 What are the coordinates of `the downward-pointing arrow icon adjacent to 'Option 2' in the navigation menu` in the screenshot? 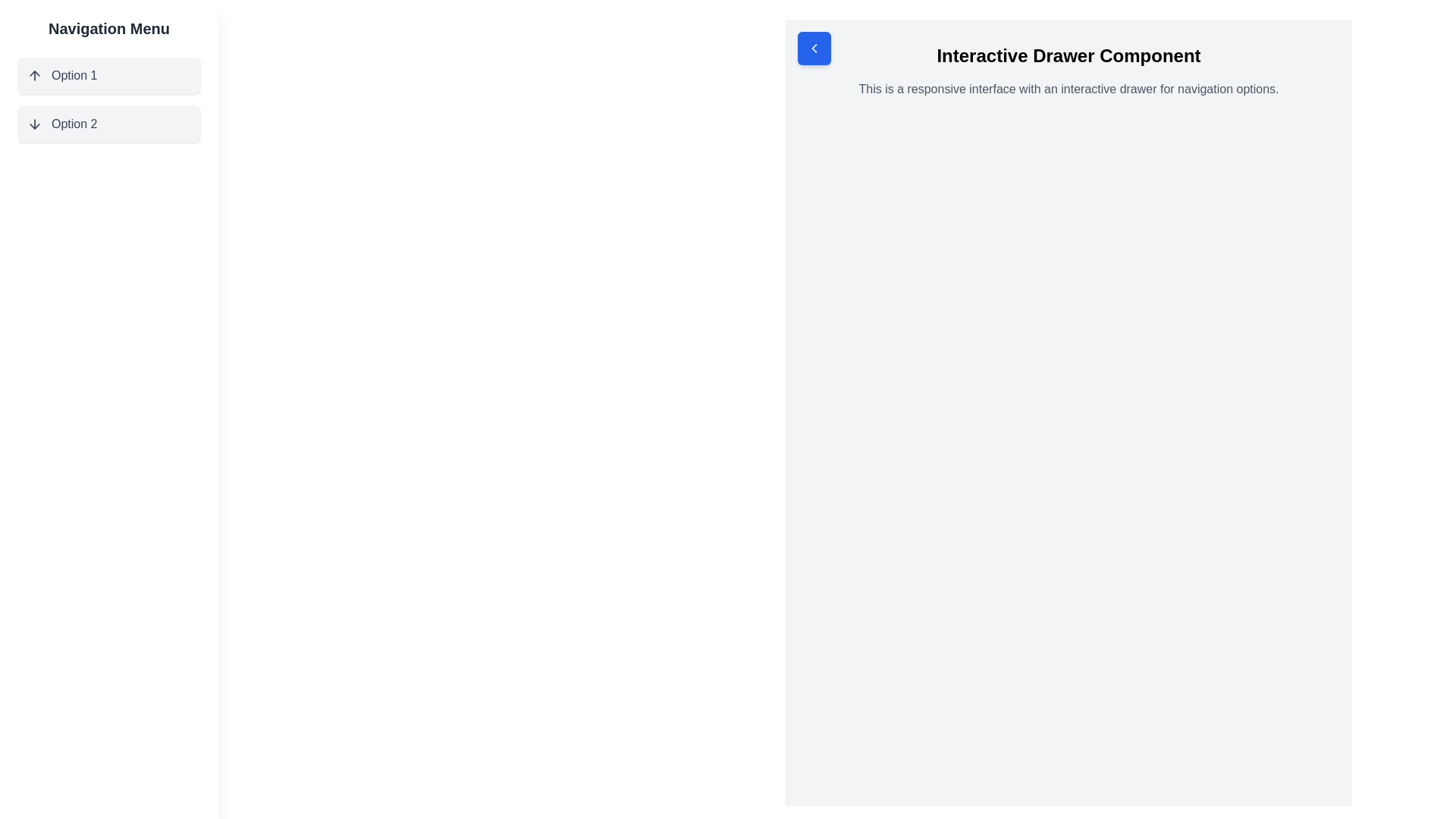 It's located at (35, 124).